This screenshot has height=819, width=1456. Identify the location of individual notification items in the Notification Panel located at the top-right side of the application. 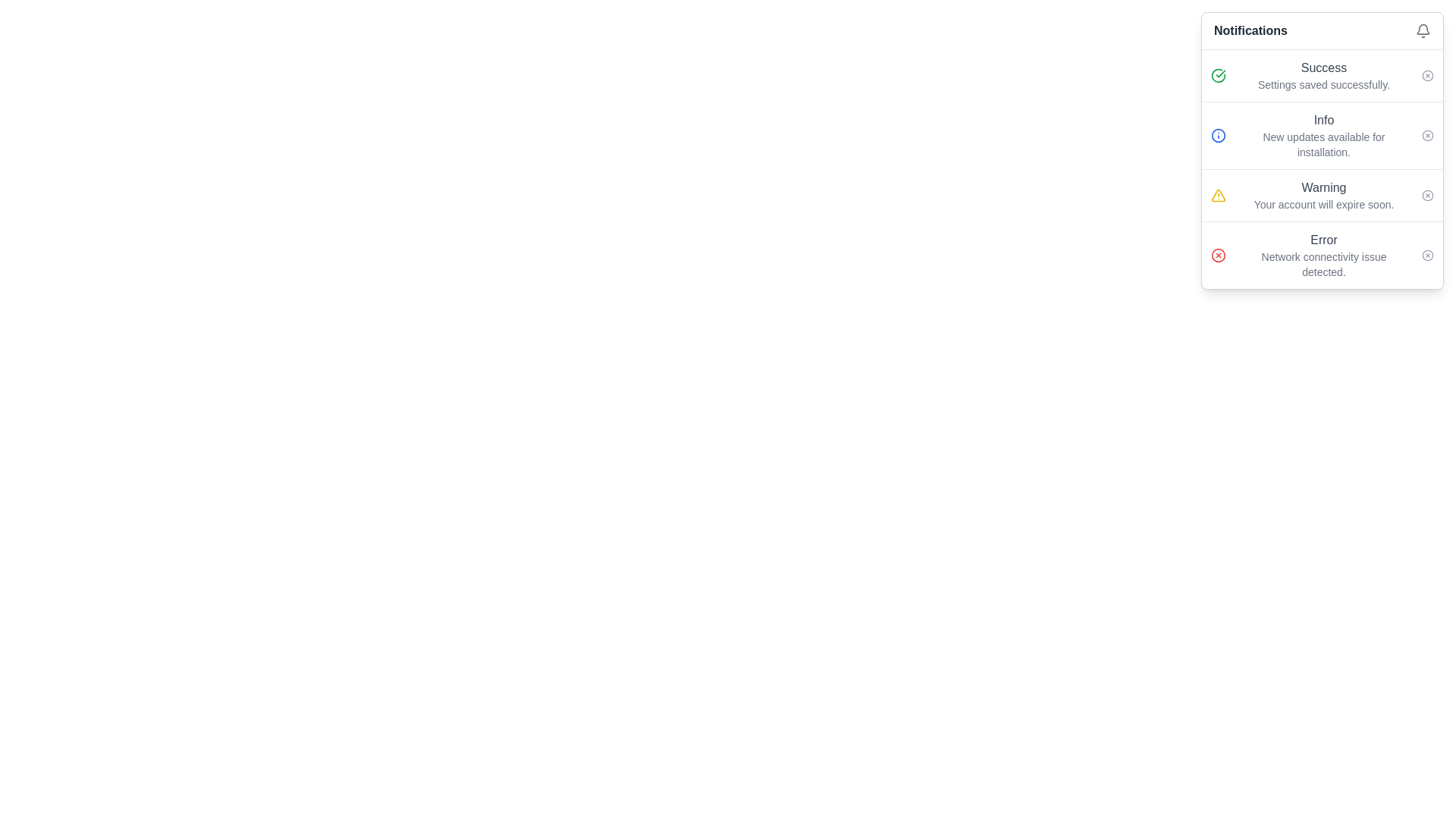
(1321, 151).